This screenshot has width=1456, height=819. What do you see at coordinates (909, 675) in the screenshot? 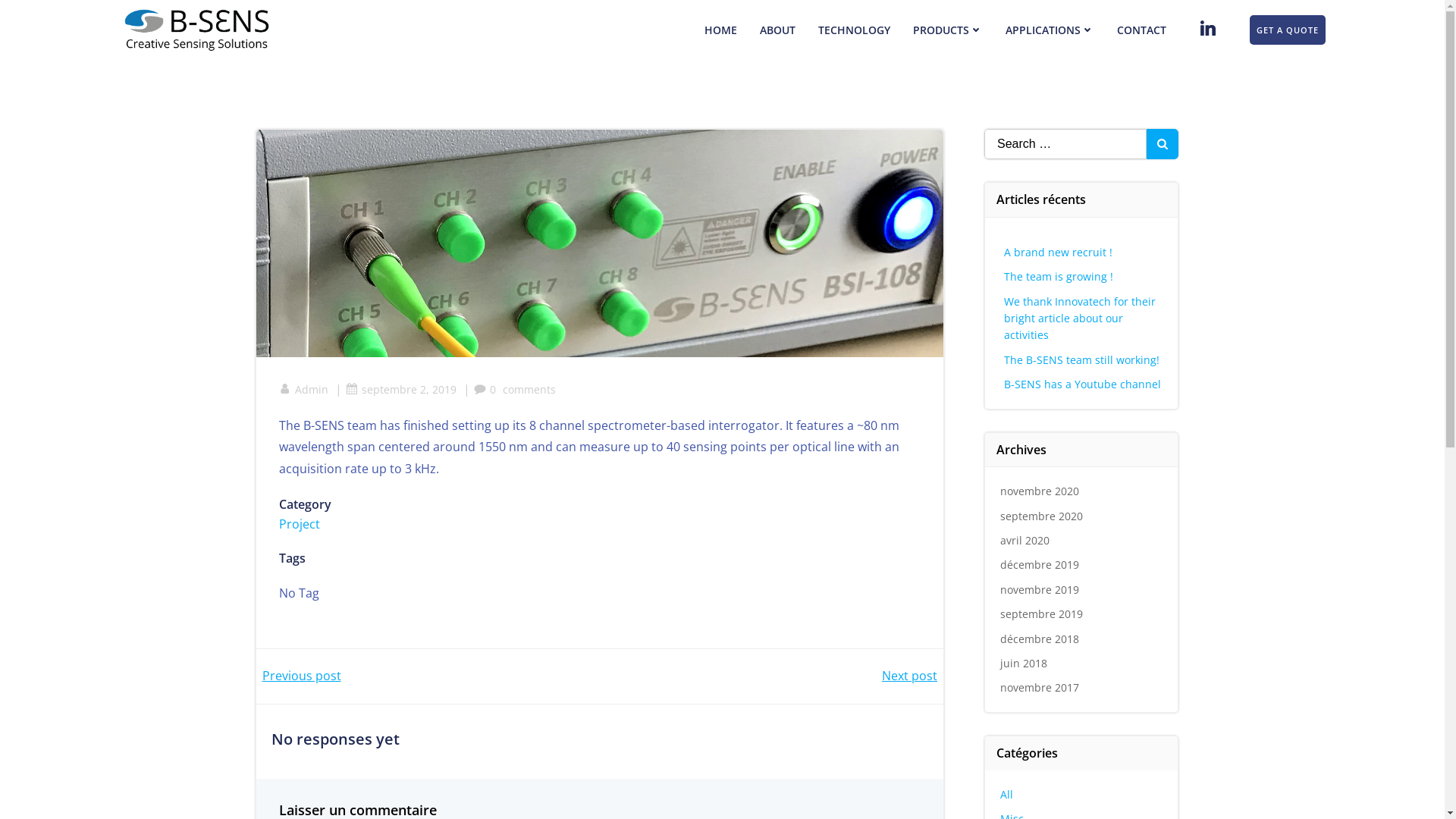
I see `'Next post'` at bounding box center [909, 675].